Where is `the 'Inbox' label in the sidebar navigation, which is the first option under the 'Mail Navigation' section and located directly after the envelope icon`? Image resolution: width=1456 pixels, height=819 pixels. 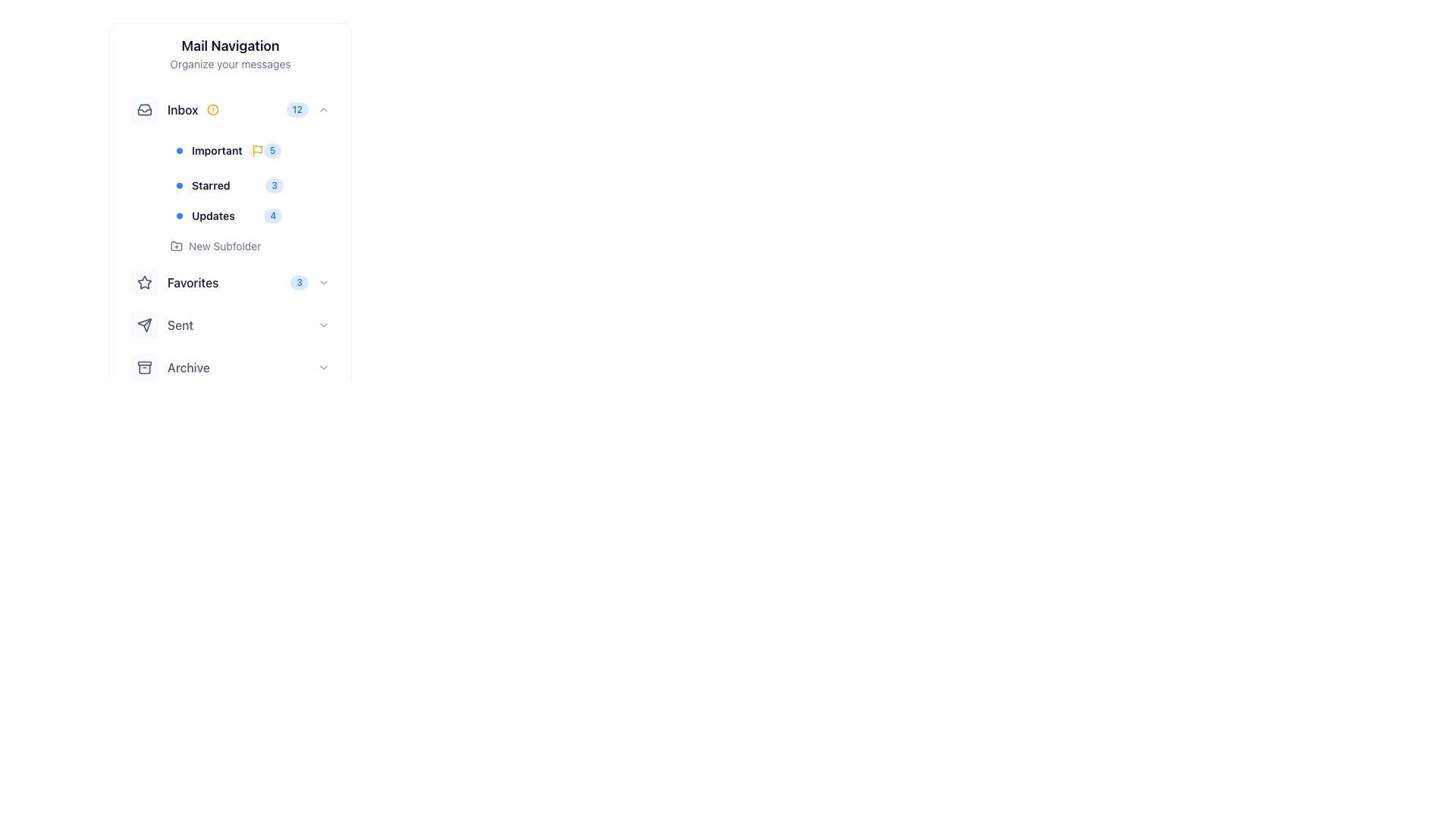 the 'Inbox' label in the sidebar navigation, which is the first option under the 'Mail Navigation' section and located directly after the envelope icon is located at coordinates (175, 109).